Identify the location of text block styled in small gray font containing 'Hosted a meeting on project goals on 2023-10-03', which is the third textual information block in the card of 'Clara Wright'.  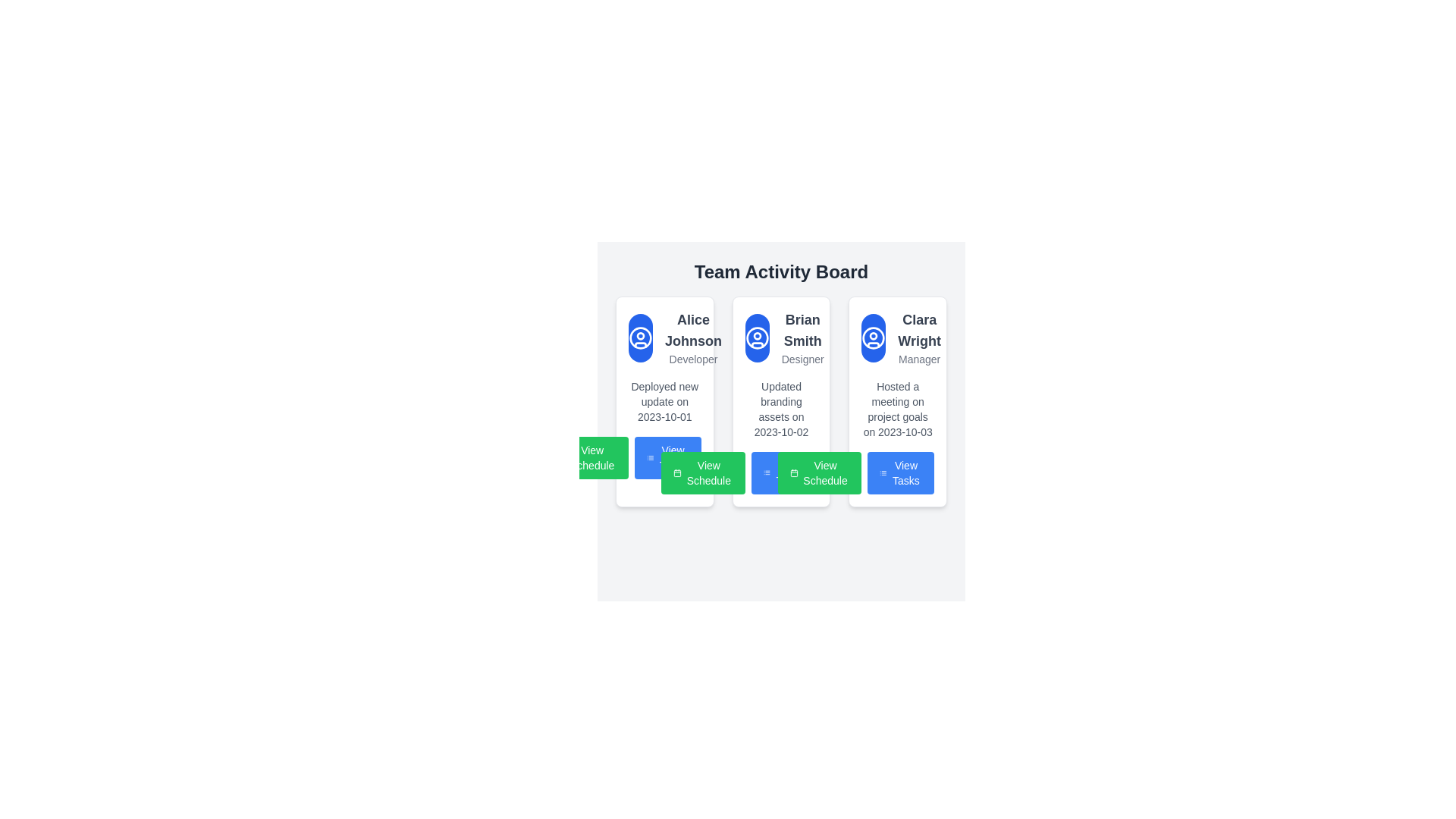
(898, 409).